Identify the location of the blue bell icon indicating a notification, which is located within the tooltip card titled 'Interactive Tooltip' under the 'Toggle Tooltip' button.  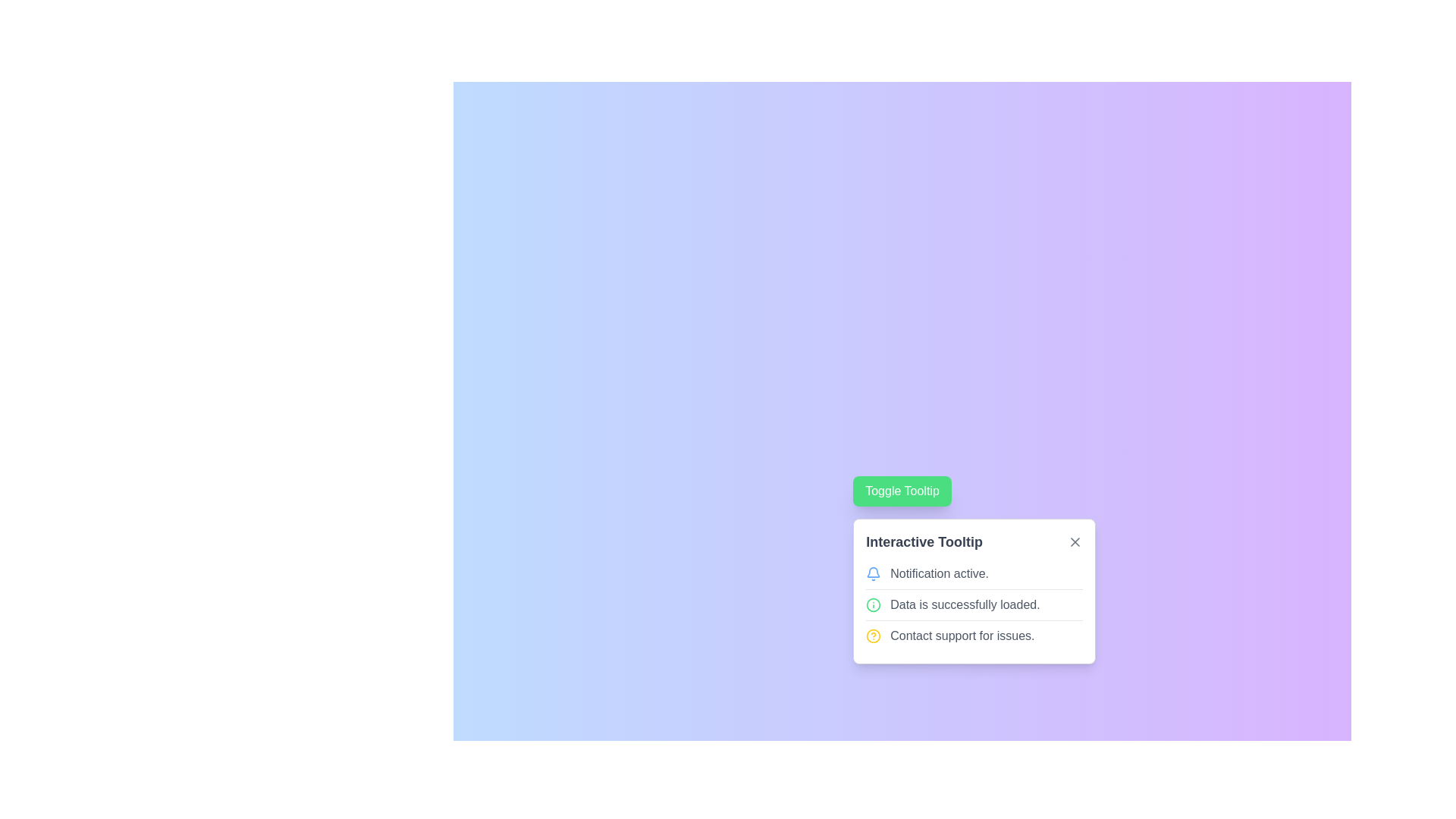
(874, 573).